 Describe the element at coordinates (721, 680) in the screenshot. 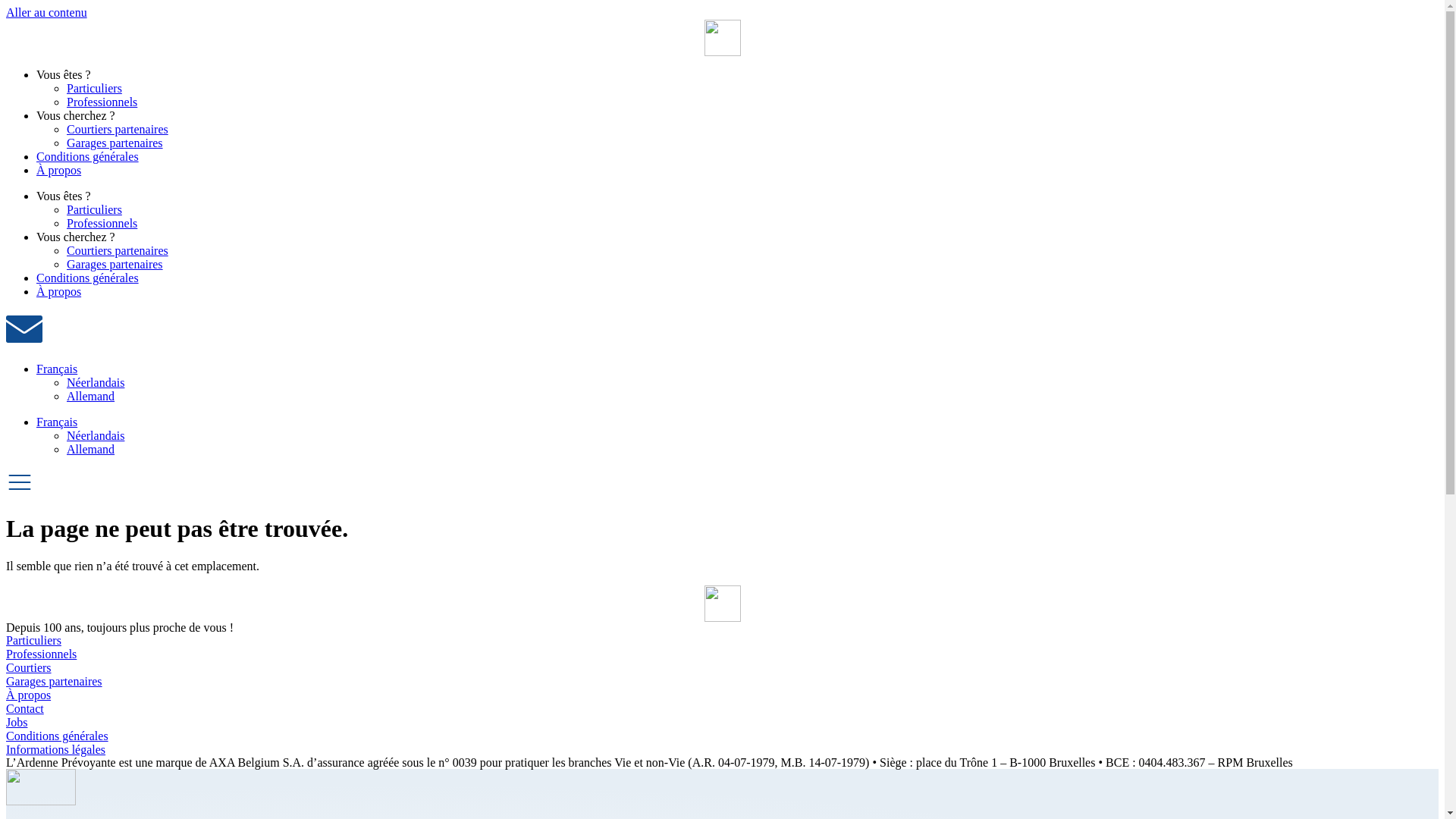

I see `'Garages partenaires'` at that location.